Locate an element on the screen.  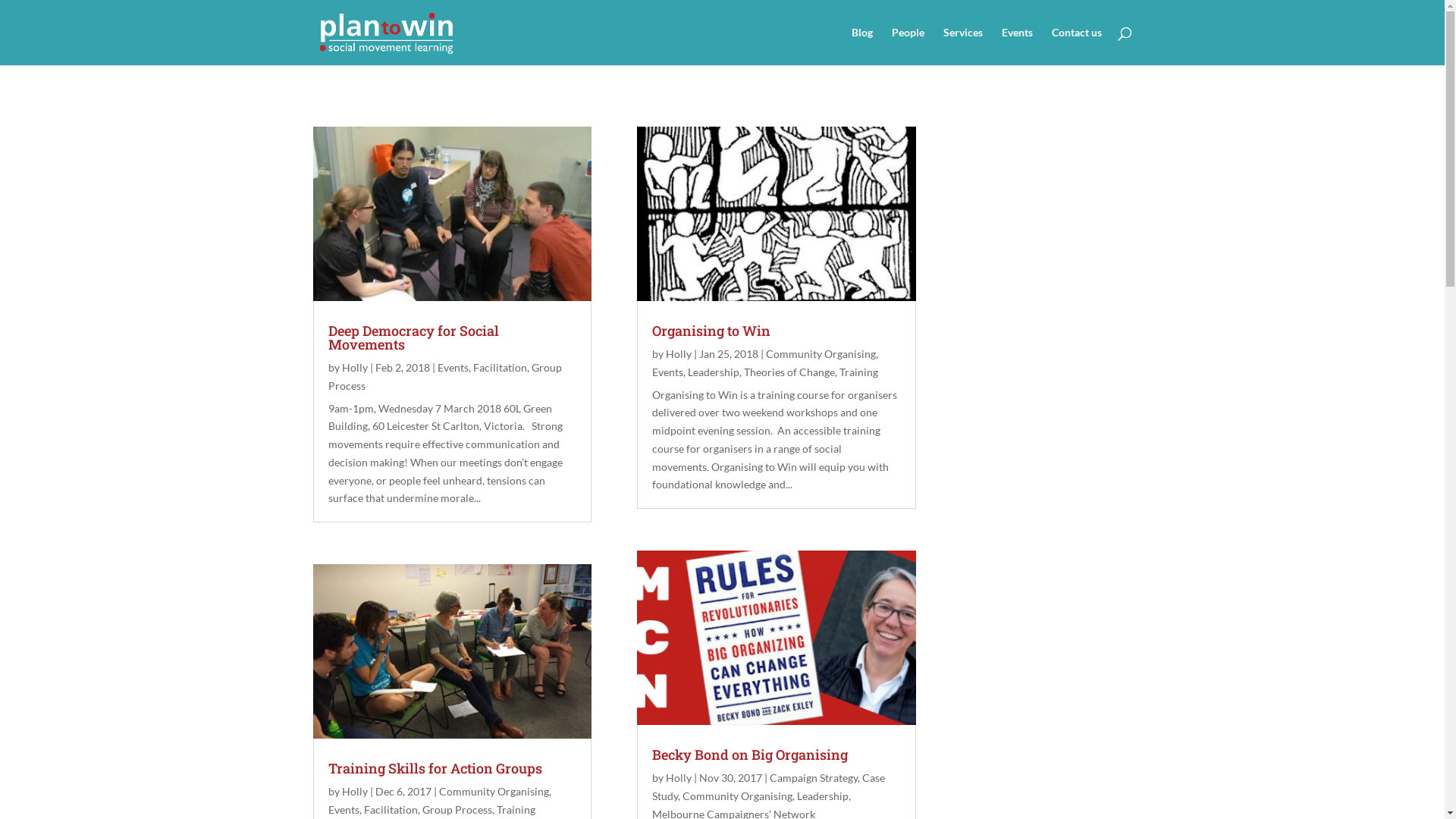
'People' is located at coordinates (908, 45).